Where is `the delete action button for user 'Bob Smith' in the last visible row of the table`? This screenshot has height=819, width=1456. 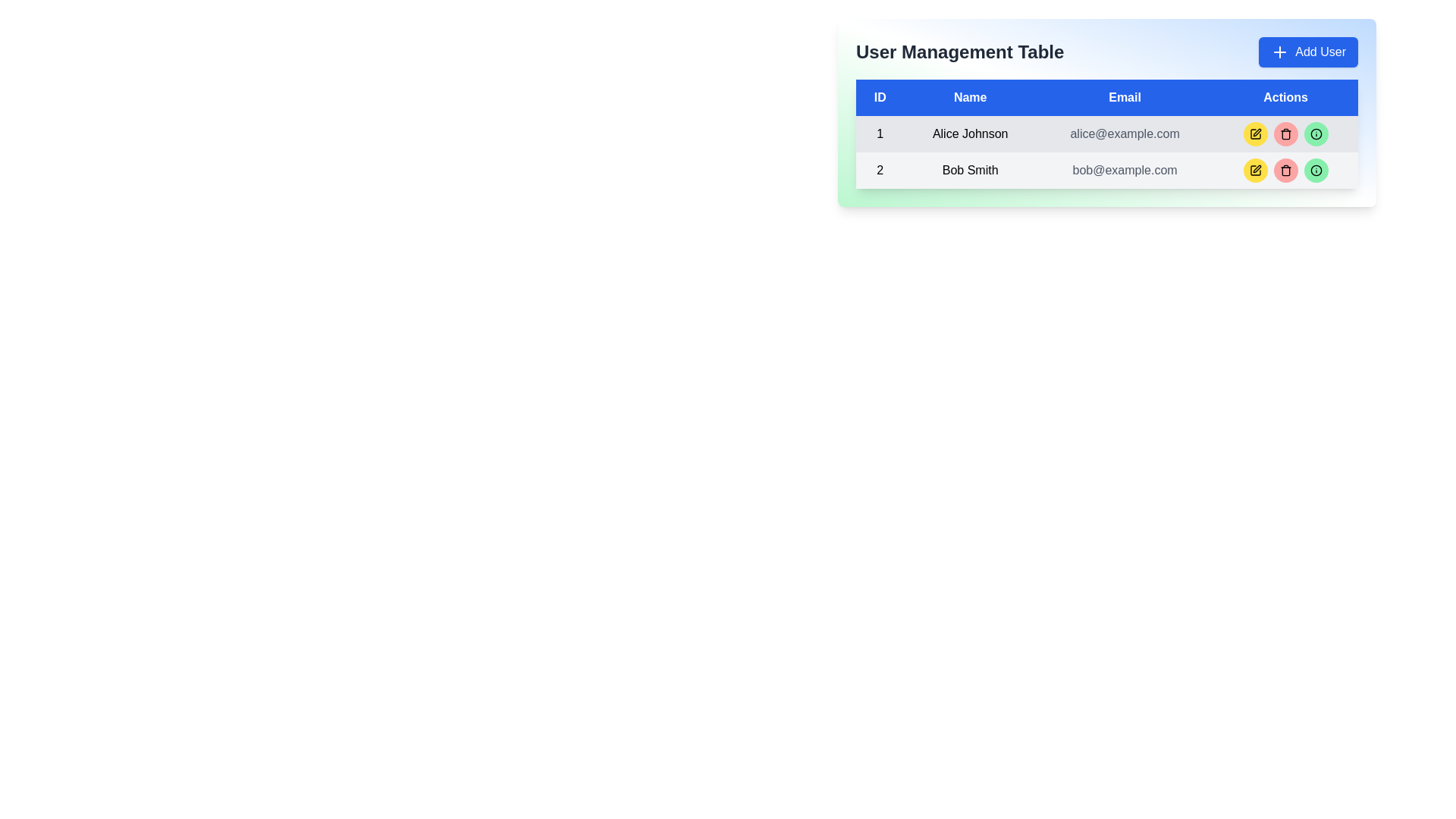 the delete action button for user 'Bob Smith' in the last visible row of the table is located at coordinates (1285, 170).